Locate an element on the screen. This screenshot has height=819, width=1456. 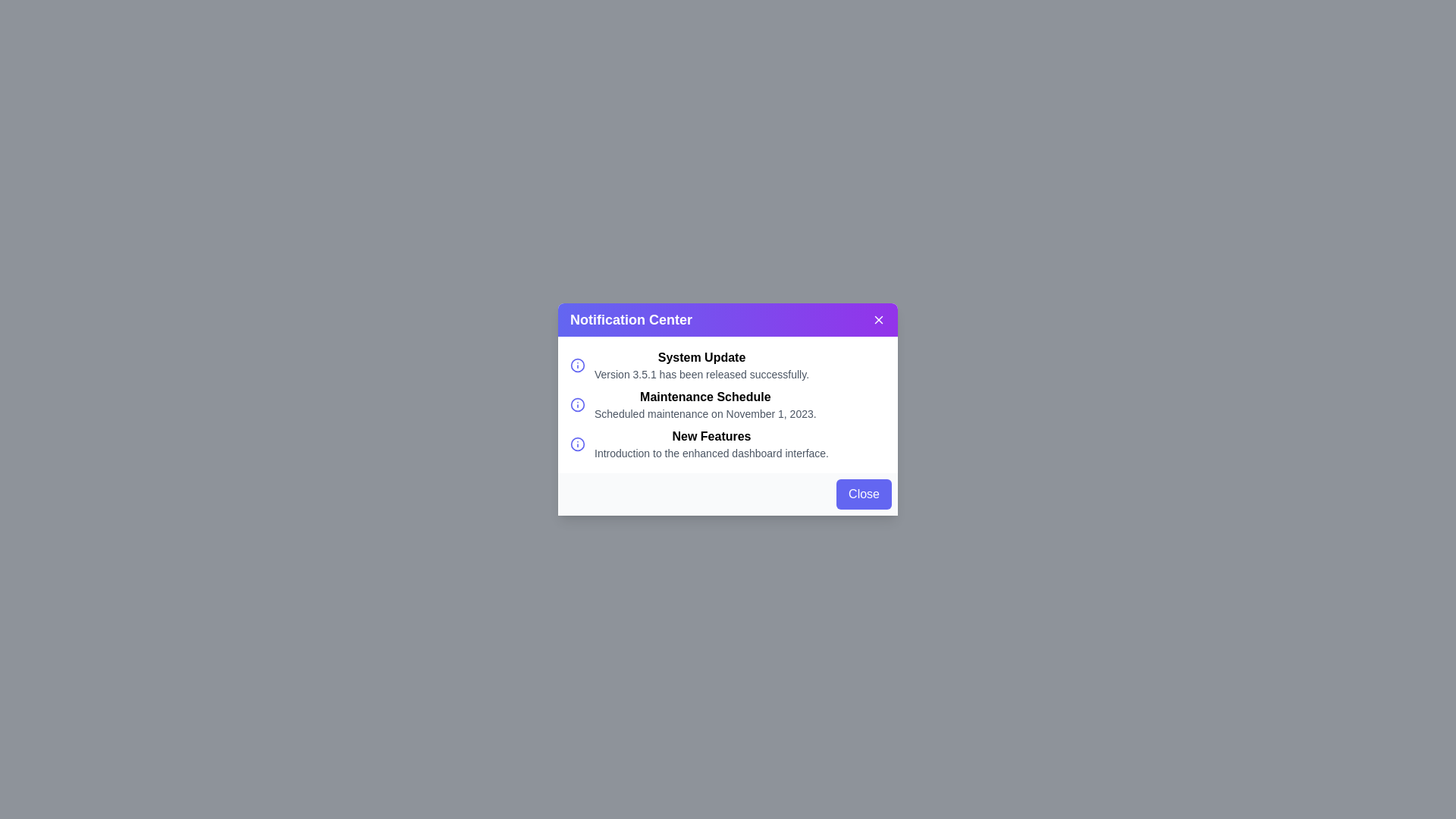
close button on the dialog header is located at coordinates (878, 318).